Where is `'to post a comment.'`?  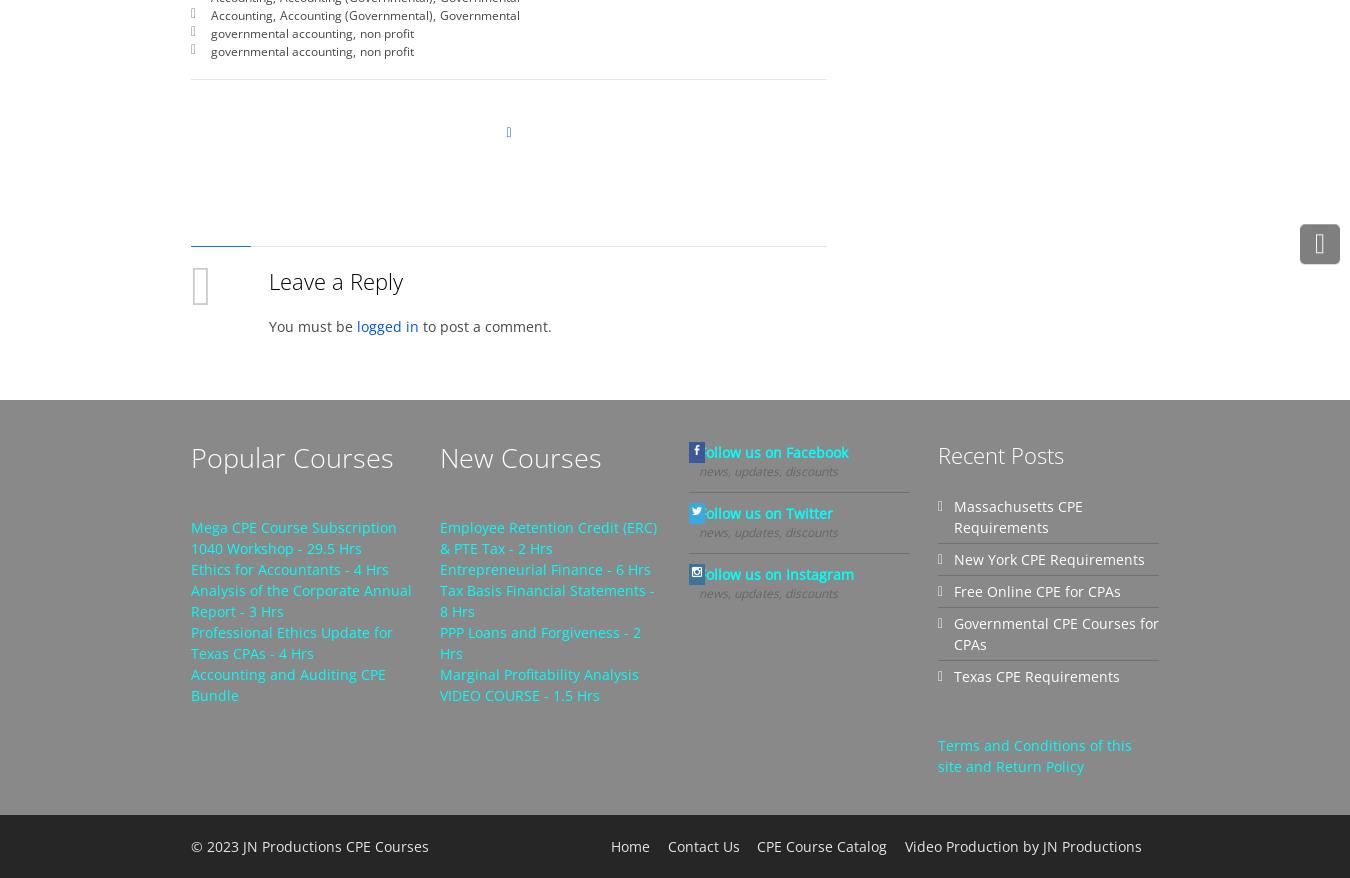
'to post a comment.' is located at coordinates (484, 326).